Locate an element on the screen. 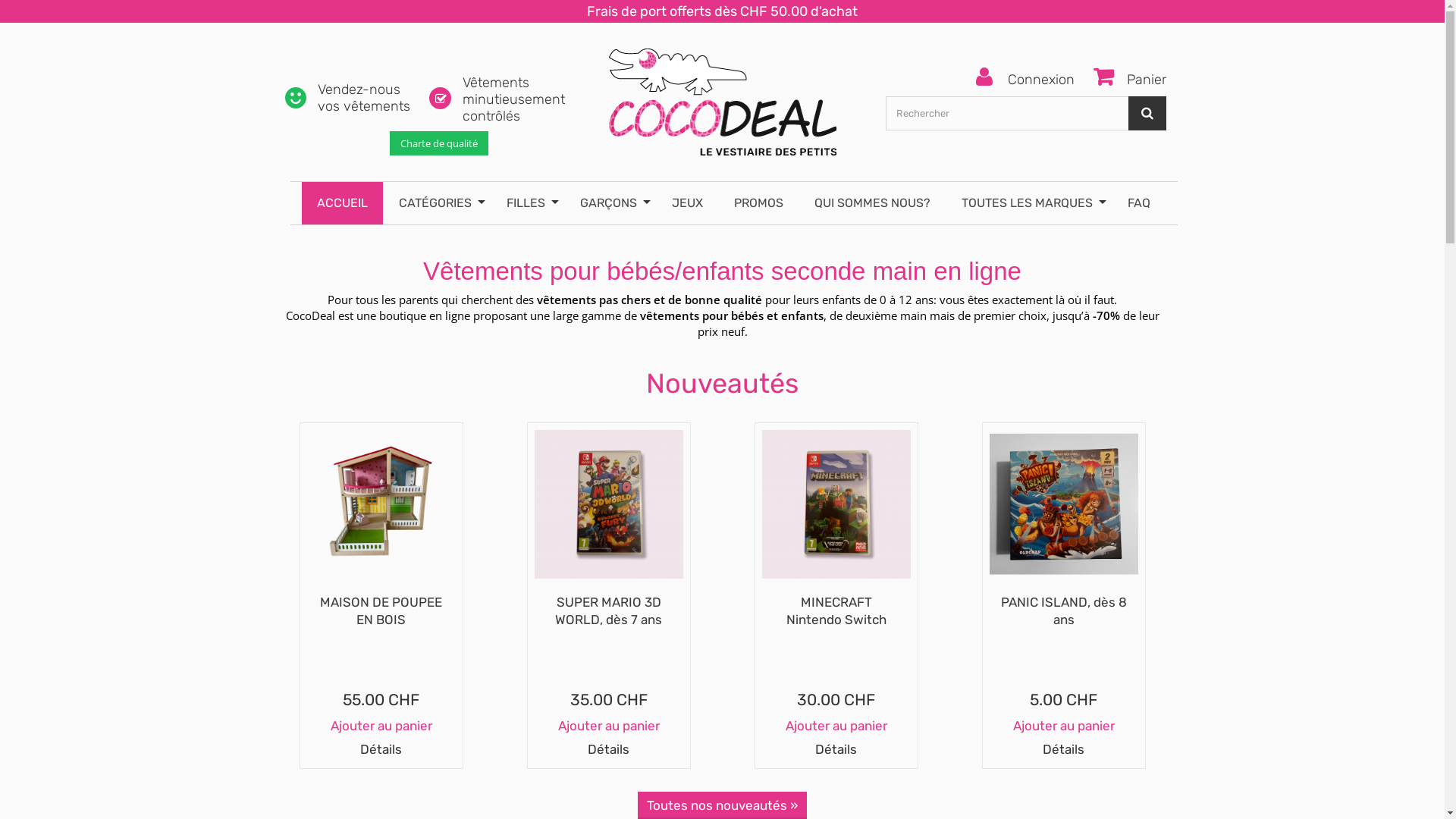  'JEUX' is located at coordinates (686, 202).